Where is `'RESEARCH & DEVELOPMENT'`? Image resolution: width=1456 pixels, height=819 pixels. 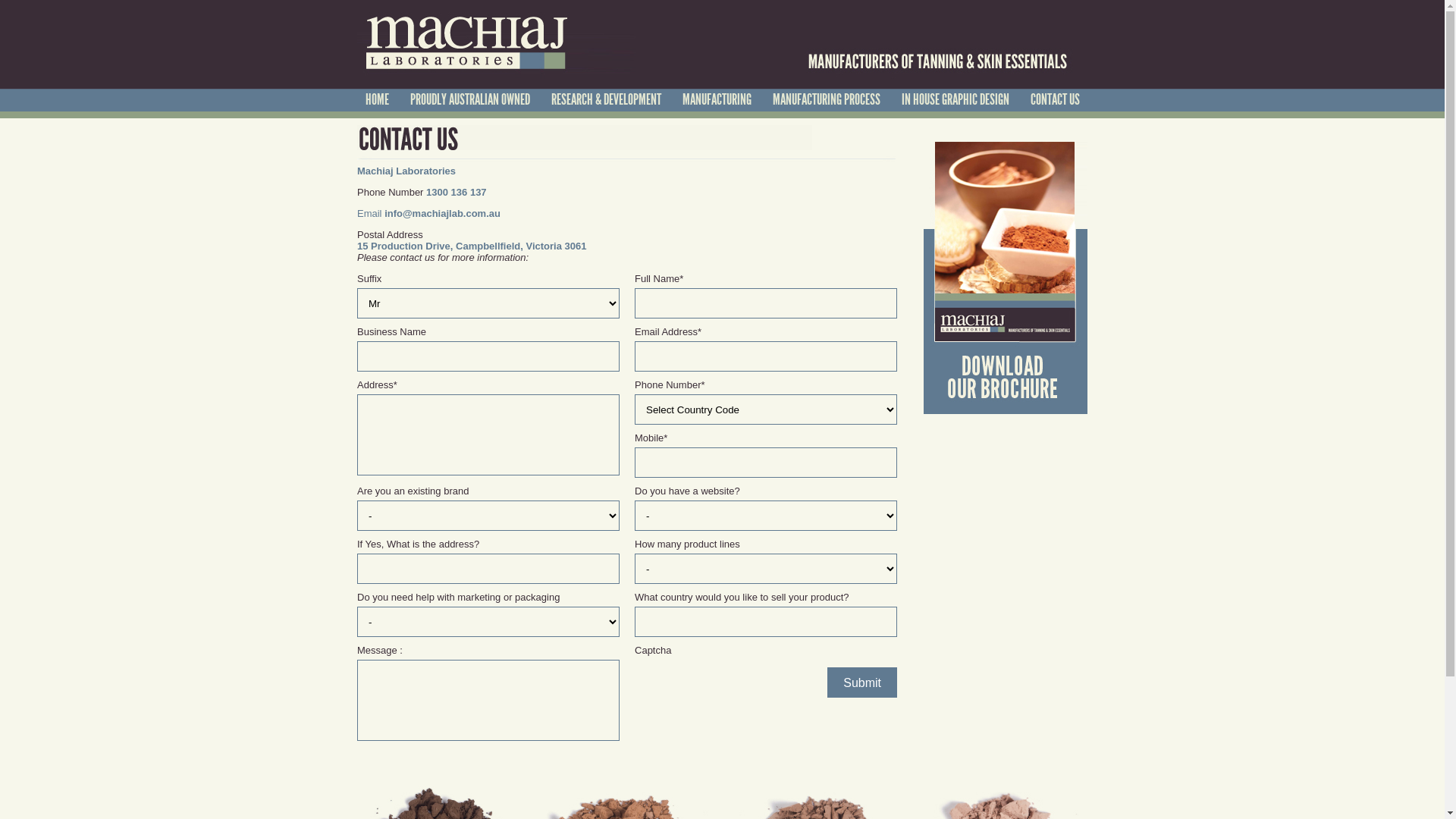 'RESEARCH & DEVELOPMENT' is located at coordinates (604, 99).